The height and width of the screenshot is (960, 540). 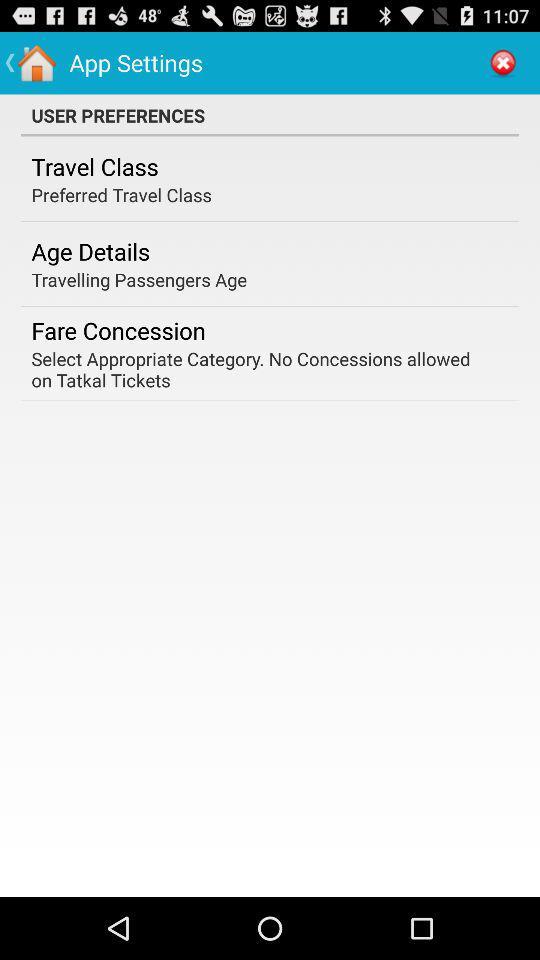 What do you see at coordinates (263, 368) in the screenshot?
I see `the icon below the fare concession app` at bounding box center [263, 368].